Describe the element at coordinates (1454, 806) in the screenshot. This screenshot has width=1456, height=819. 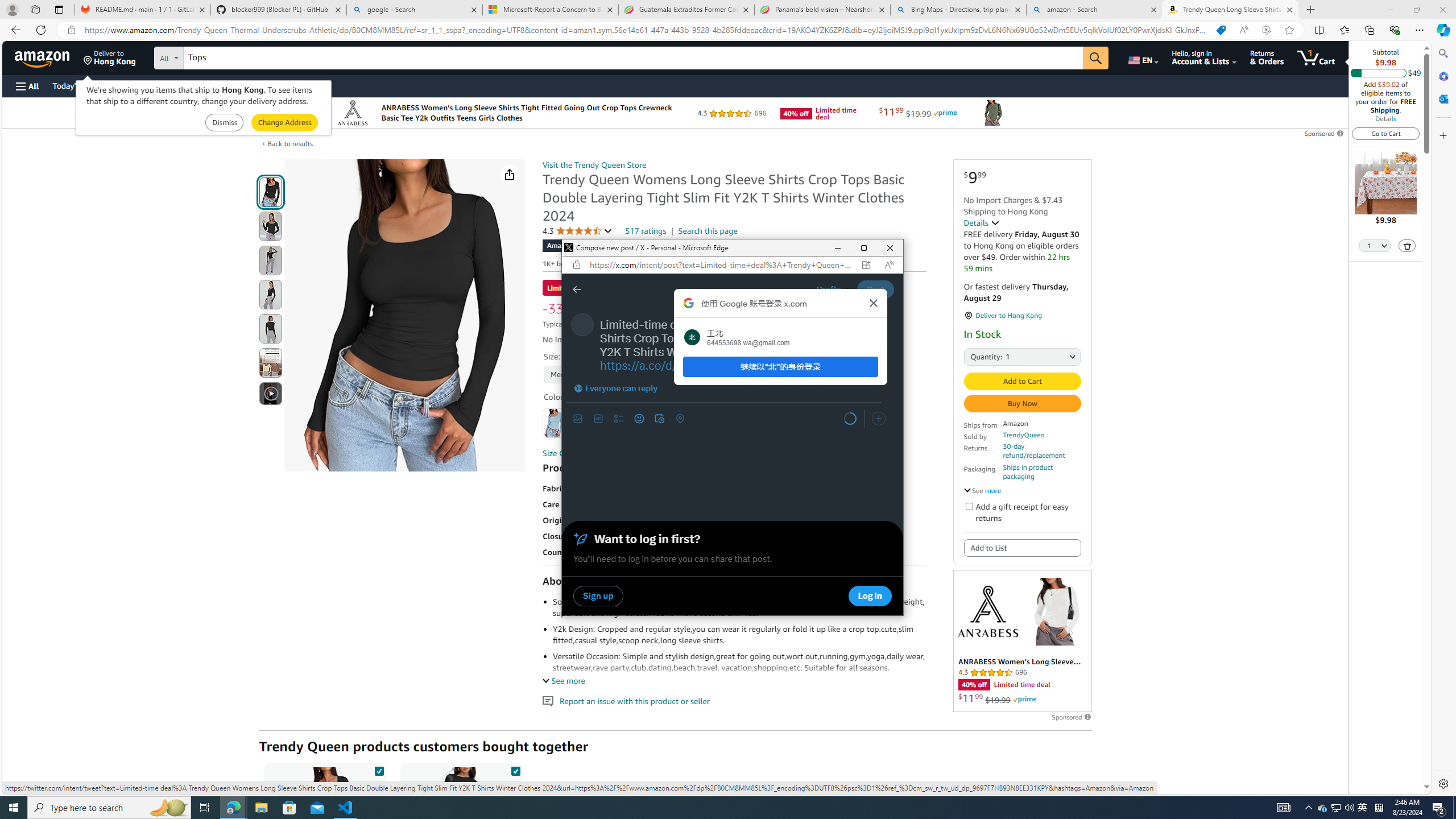
I see `'Show desktop'` at that location.